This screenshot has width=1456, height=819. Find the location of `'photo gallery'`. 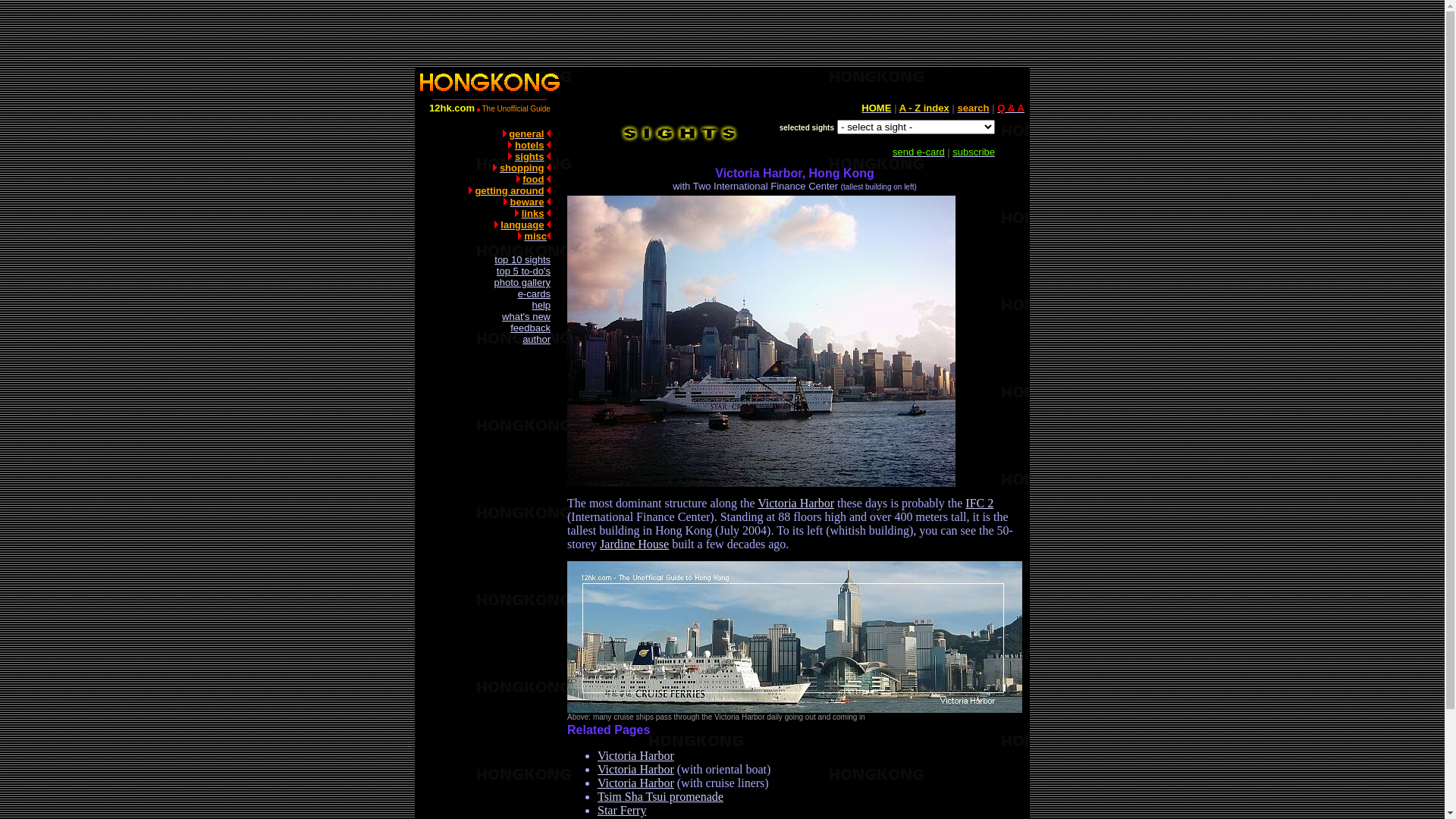

'photo gallery' is located at coordinates (522, 282).